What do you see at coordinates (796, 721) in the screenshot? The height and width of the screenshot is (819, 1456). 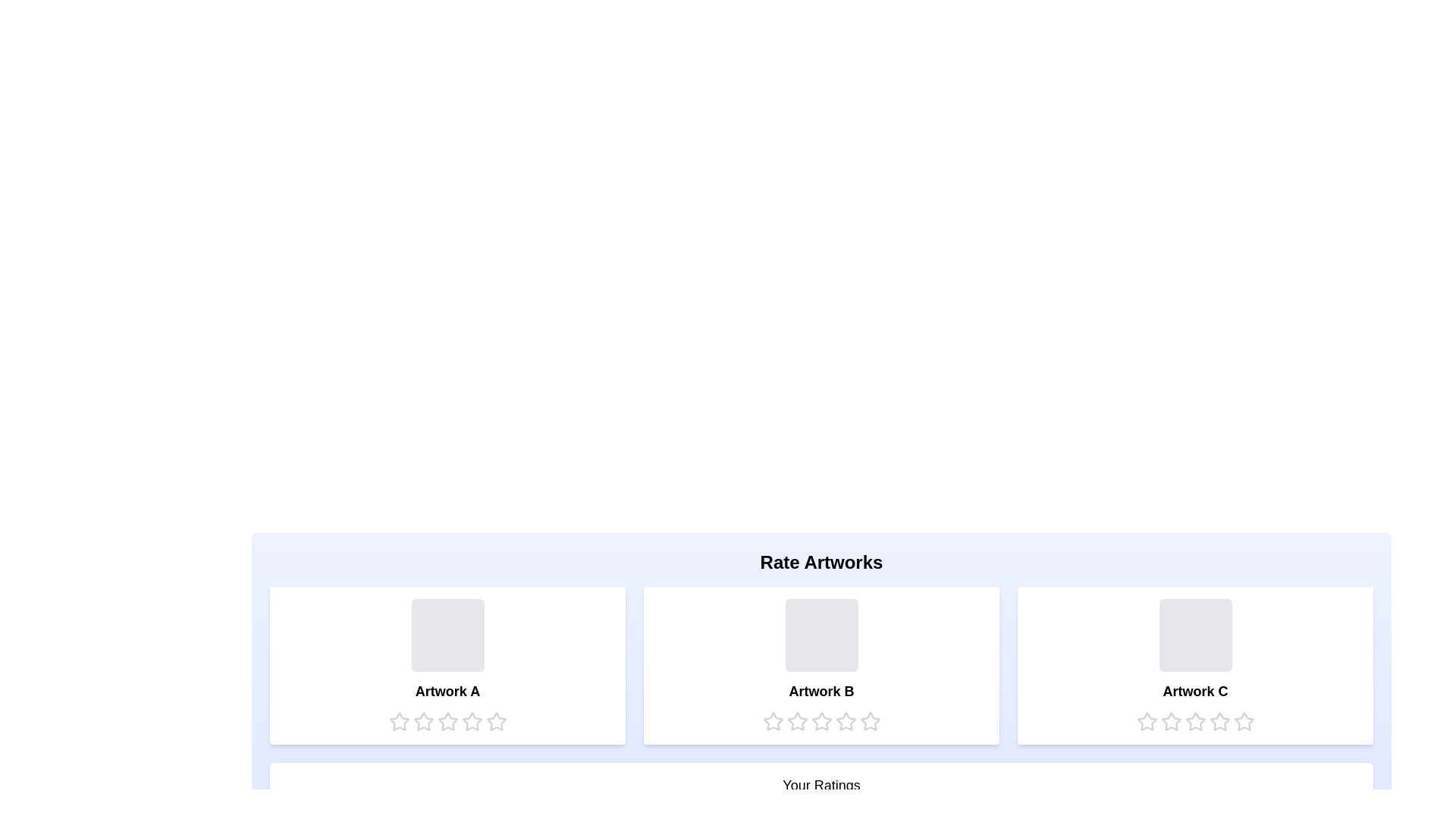 I see `the star corresponding to the rating 2 for the artwork Artwork B` at bounding box center [796, 721].